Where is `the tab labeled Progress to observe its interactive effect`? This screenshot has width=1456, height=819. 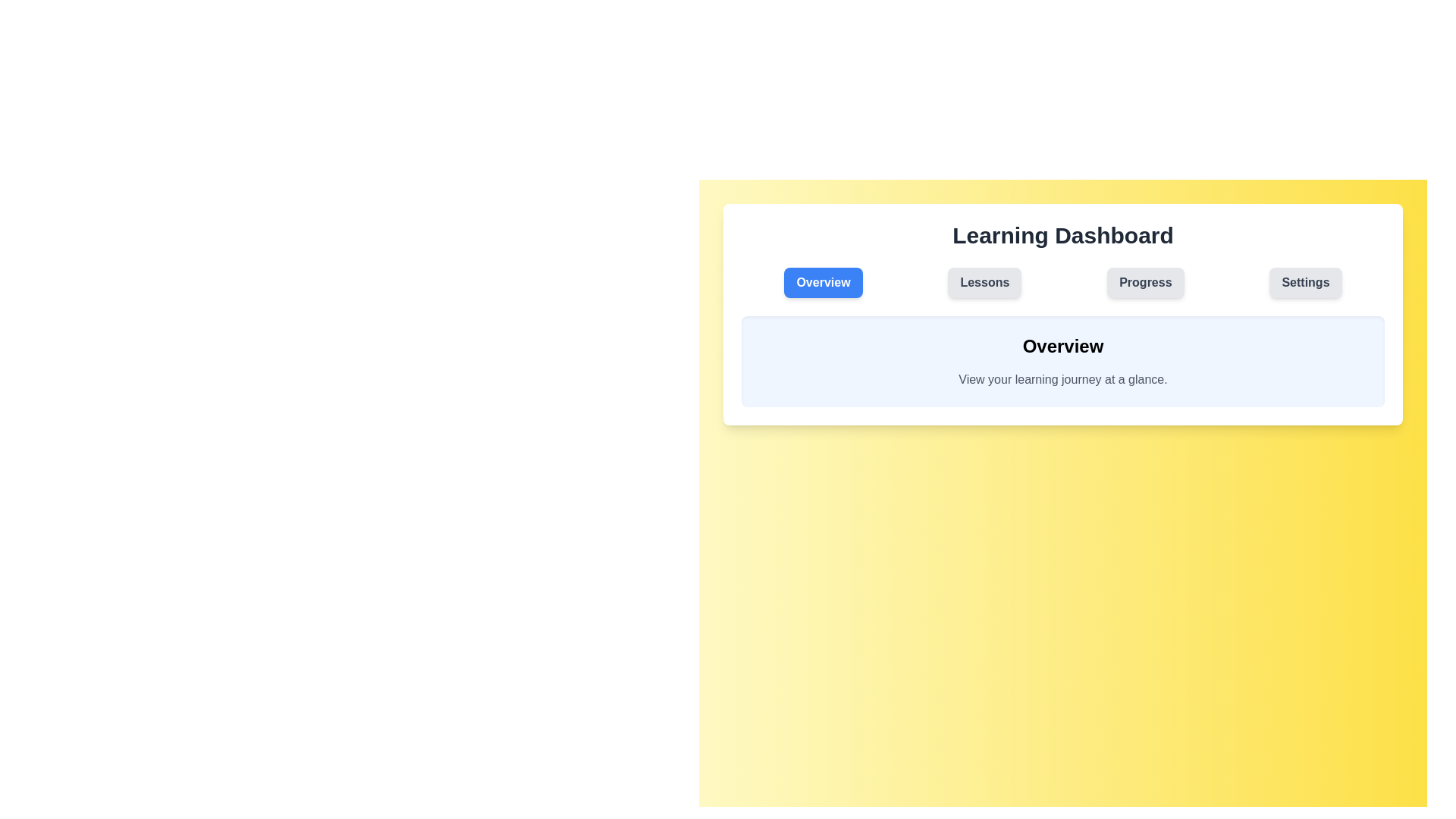
the tab labeled Progress to observe its interactive effect is located at coordinates (1145, 283).